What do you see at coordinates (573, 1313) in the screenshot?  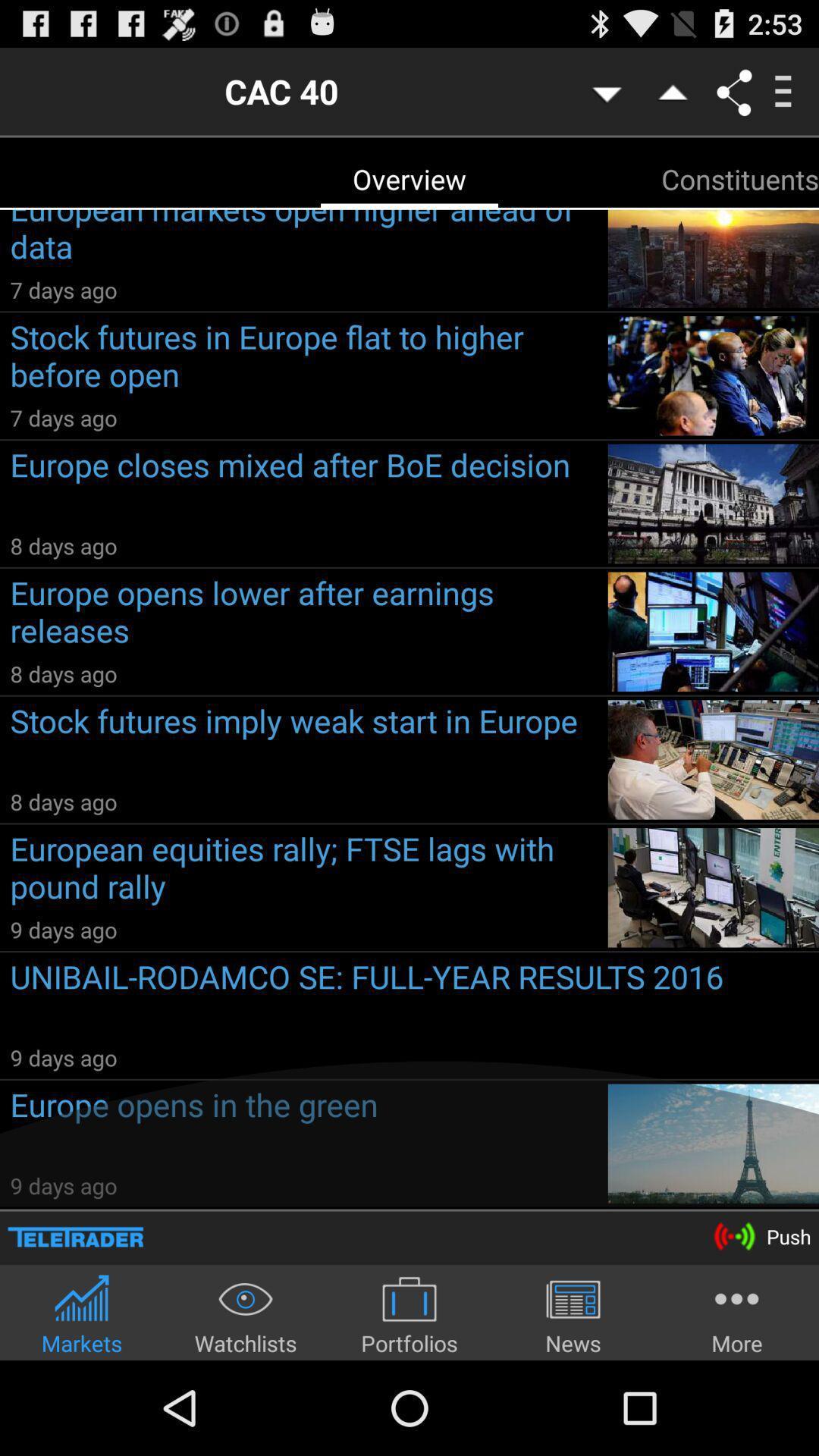 I see `the icon to the left of more item` at bounding box center [573, 1313].